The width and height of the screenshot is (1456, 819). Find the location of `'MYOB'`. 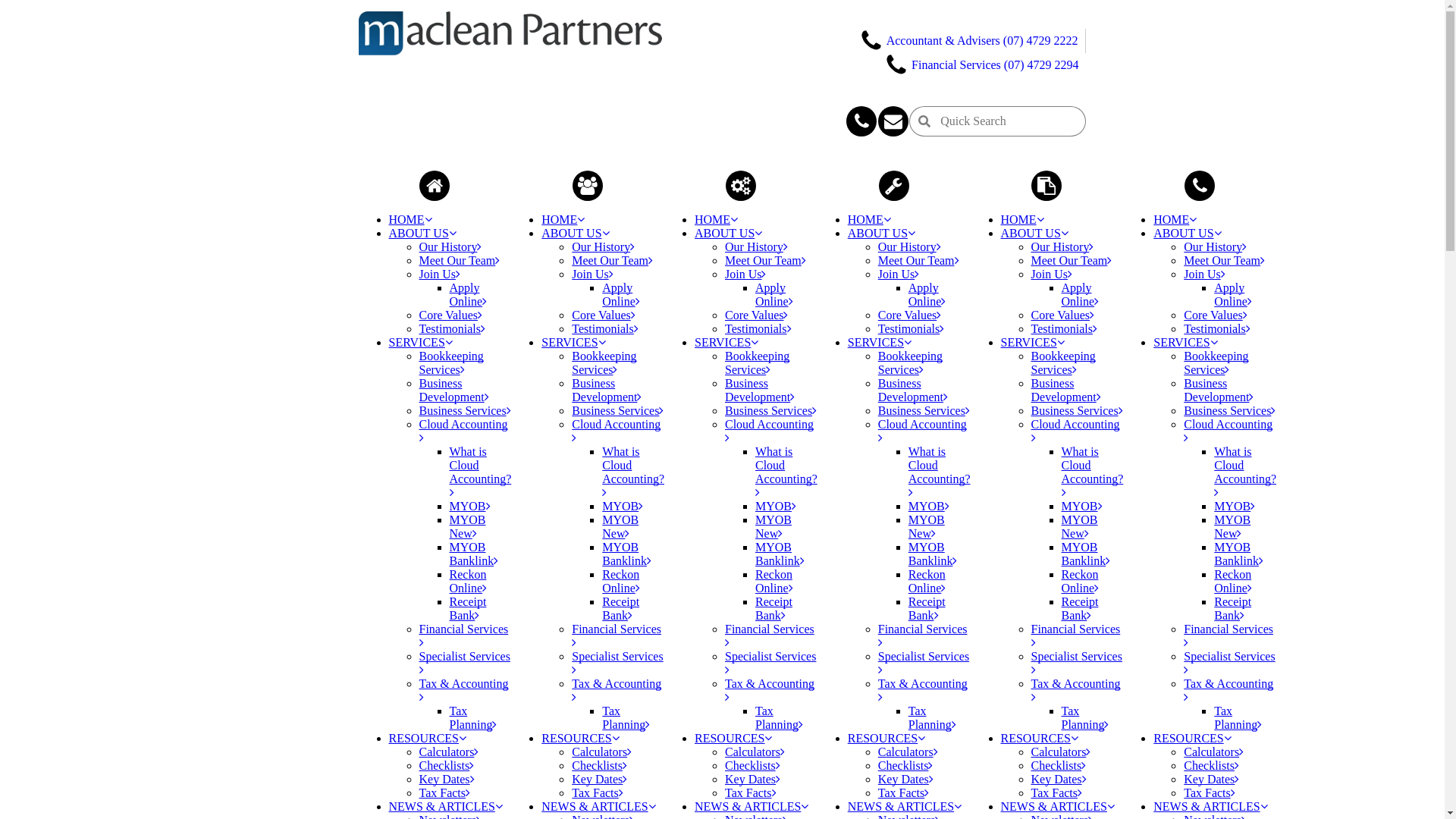

'MYOB' is located at coordinates (1061, 506).